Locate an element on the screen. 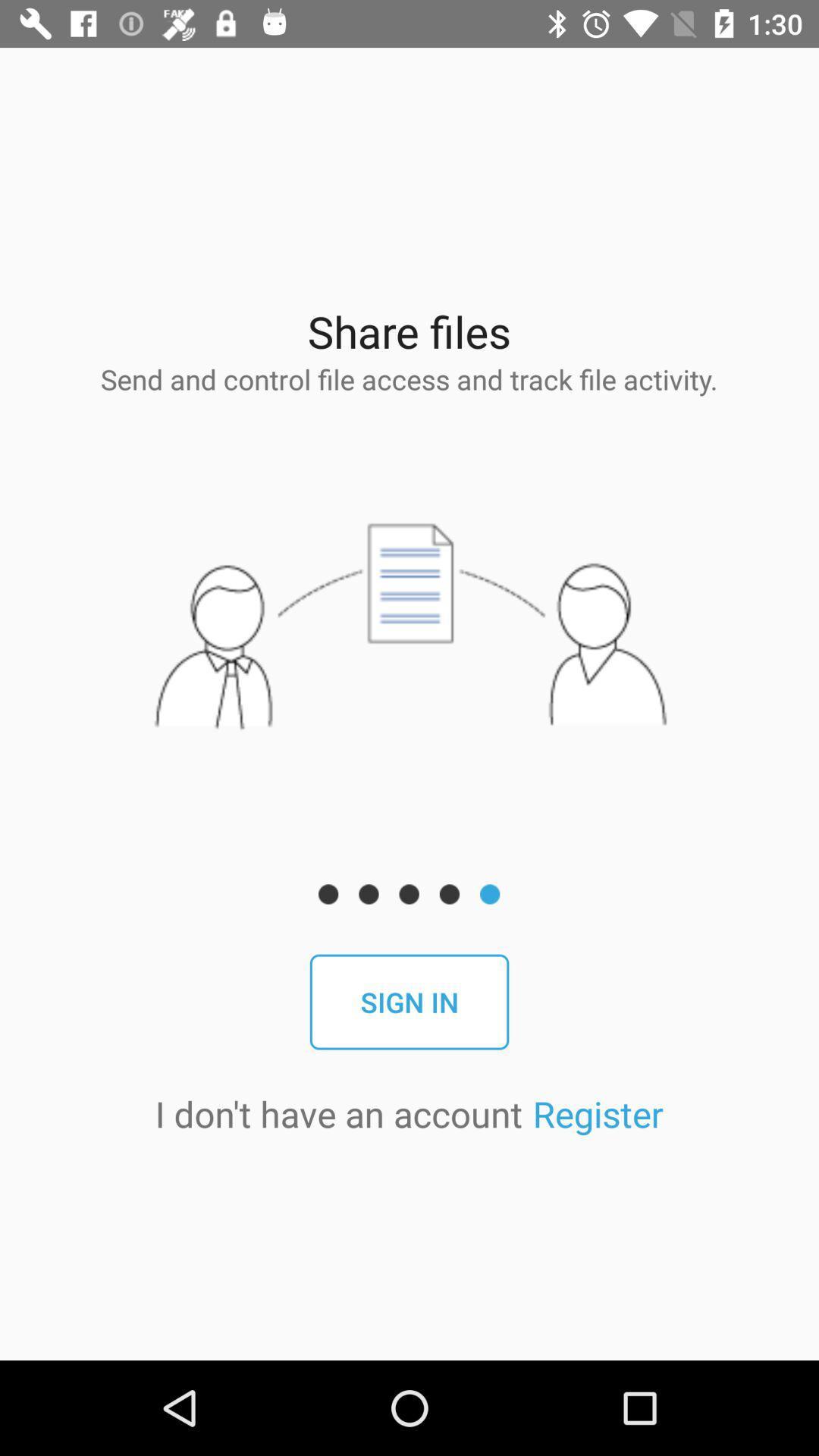  the sign in button is located at coordinates (409, 1002).